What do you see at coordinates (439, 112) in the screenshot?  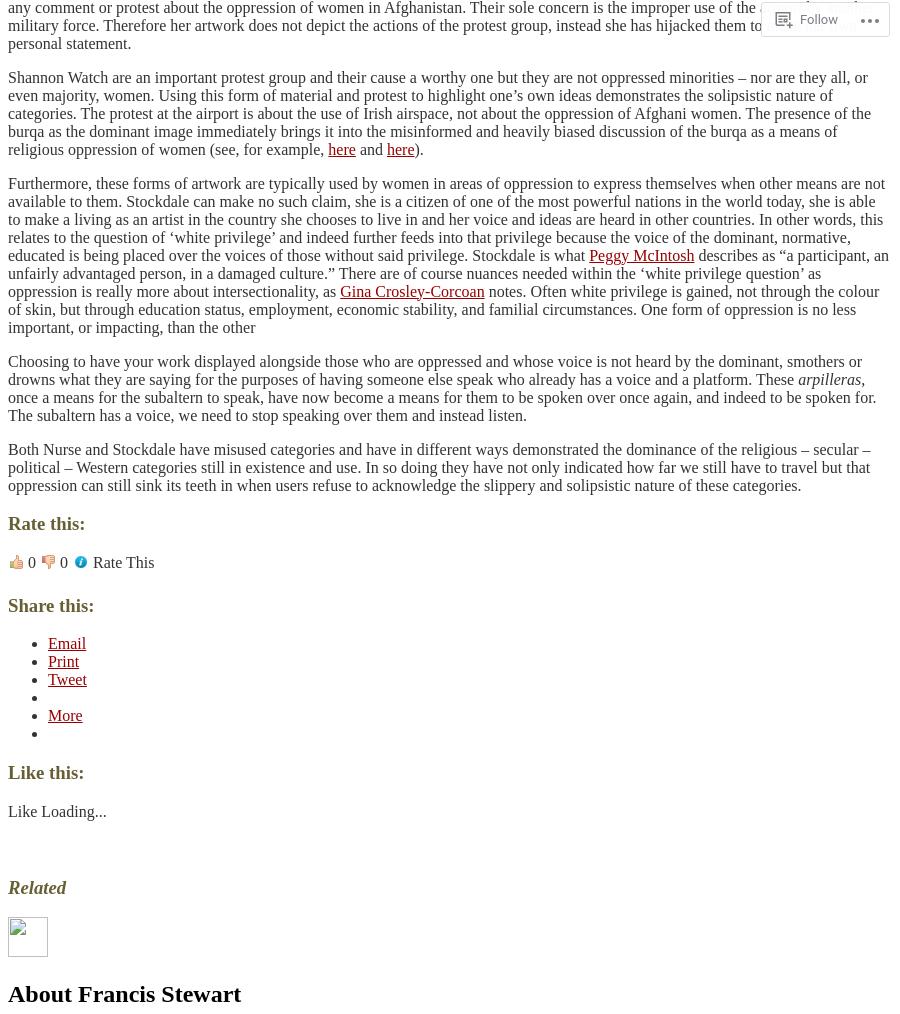 I see `'Shannon Watch are an important protest group and their cause a worthy one but they are not oppressed minorities – nor are they all, or even majority, women. Using this form of material and protest to highlight one’s own ideas demonstrates the solipsistic nature of categories. The protest at the airport is about the use of Irish airspace, not about the oppression of Afghani women. The presence of the burqa as the dominant image immediately brings it into the misinformed and heavily biased discussion of the burqa as a means of religious oppression of women (see, for example,'` at bounding box center [439, 112].